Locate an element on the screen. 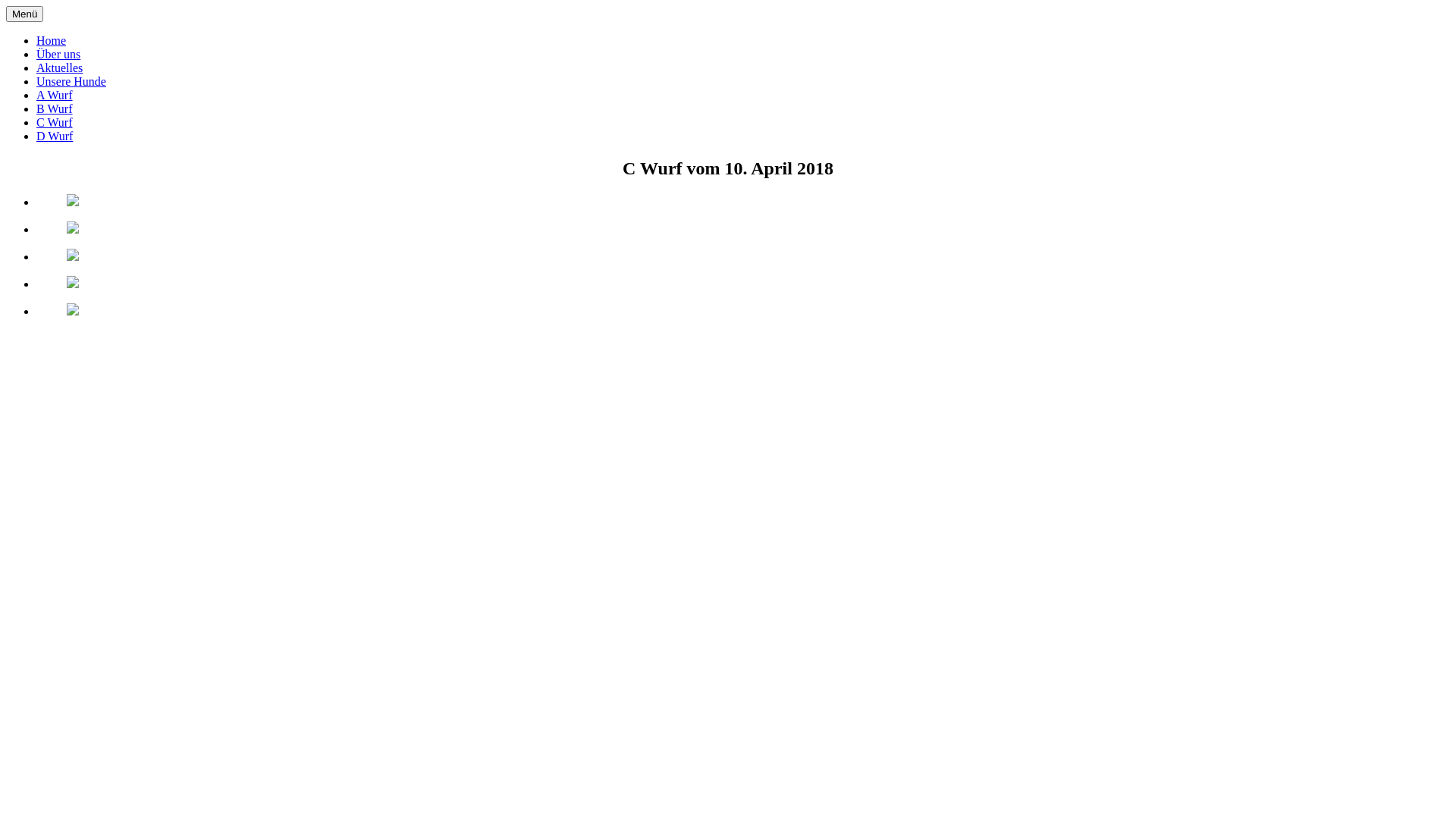 This screenshot has height=819, width=1456. 'Unsere Hunde' is located at coordinates (71, 81).